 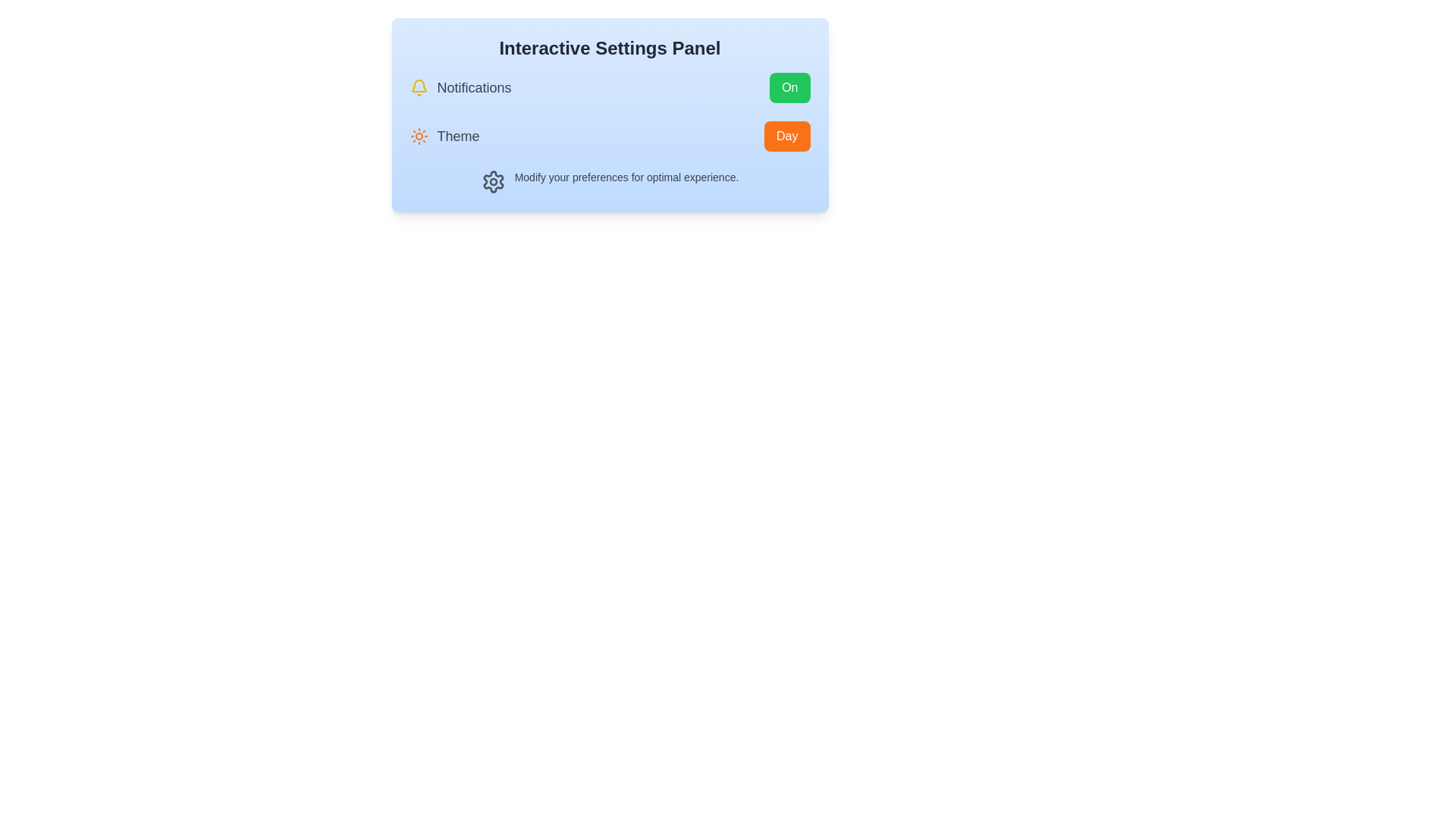 What do you see at coordinates (493, 180) in the screenshot?
I see `the gear icon located in the bottom-left portion of the settings panel` at bounding box center [493, 180].